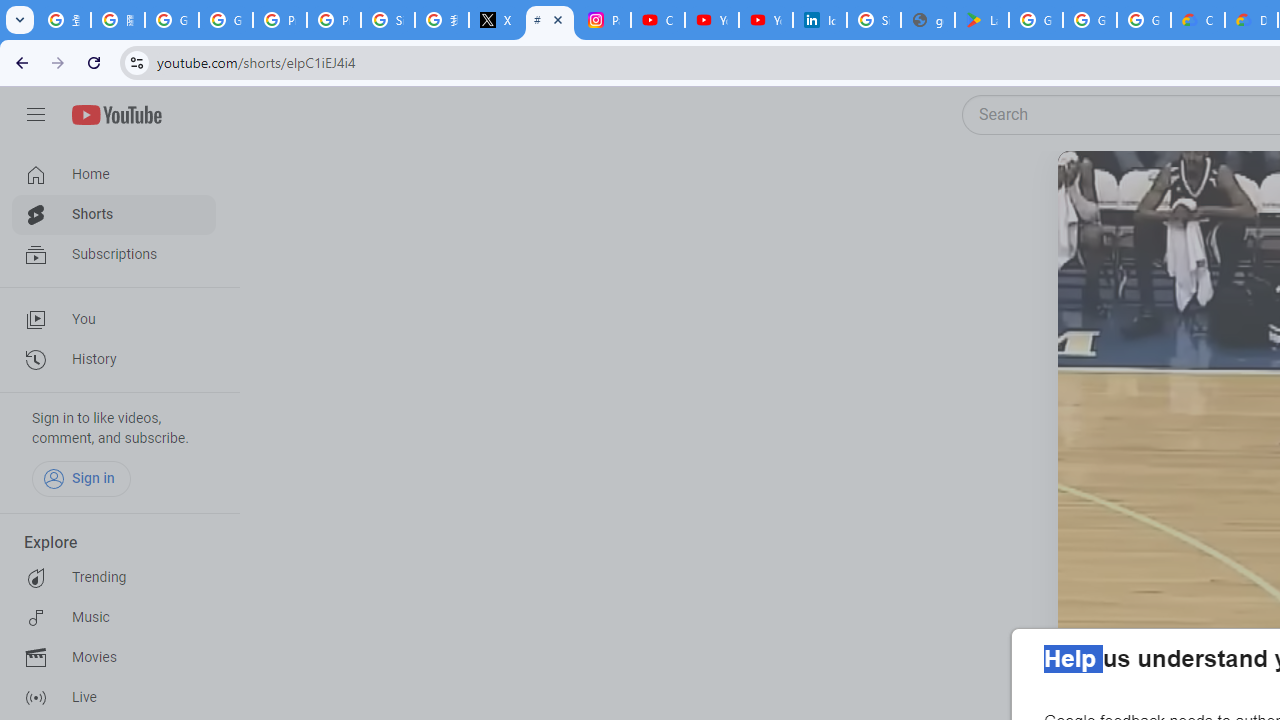  Describe the element at coordinates (874, 20) in the screenshot. I see `'Sign in - Google Accounts'` at that location.